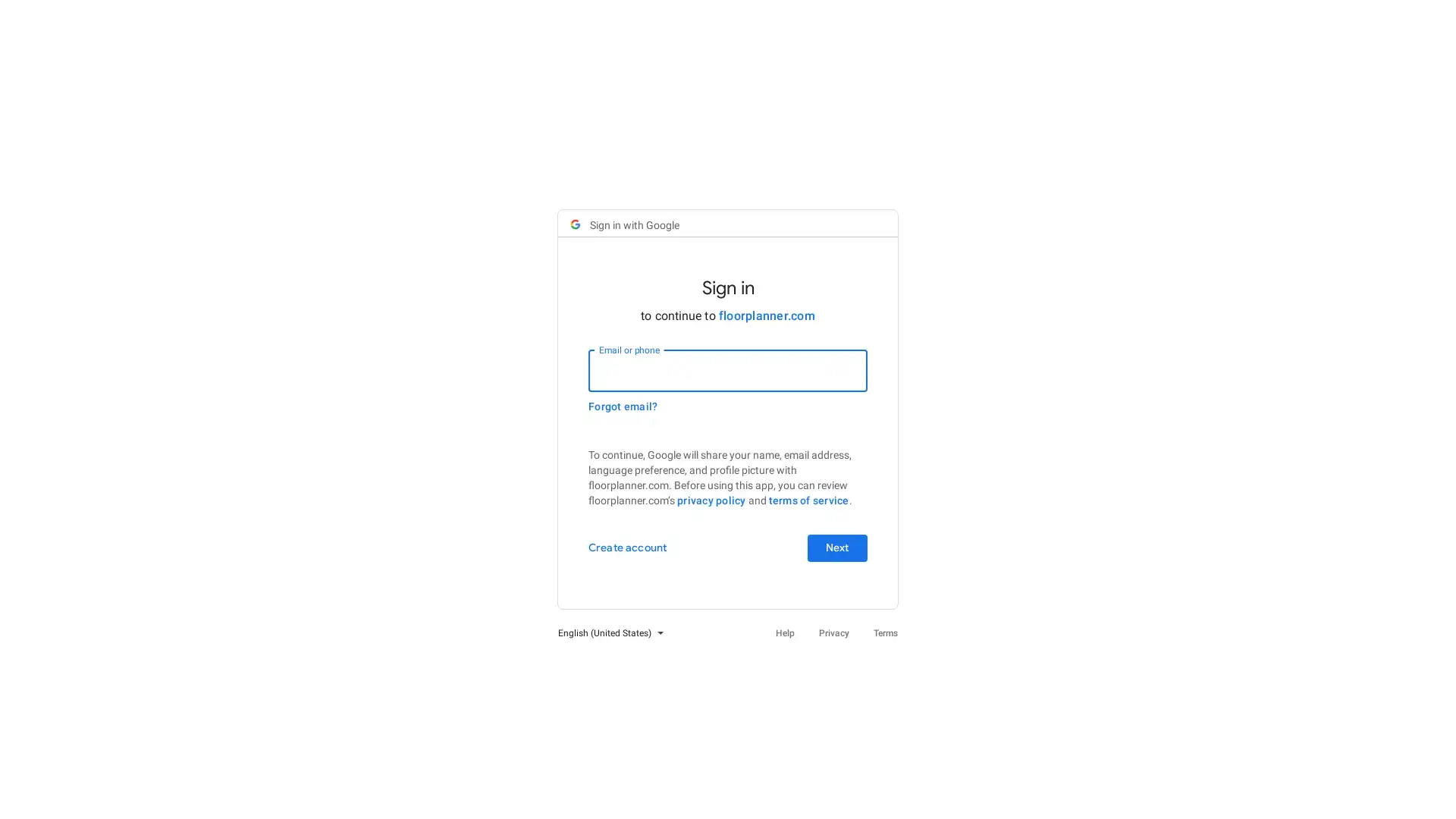  I want to click on Next, so click(836, 548).